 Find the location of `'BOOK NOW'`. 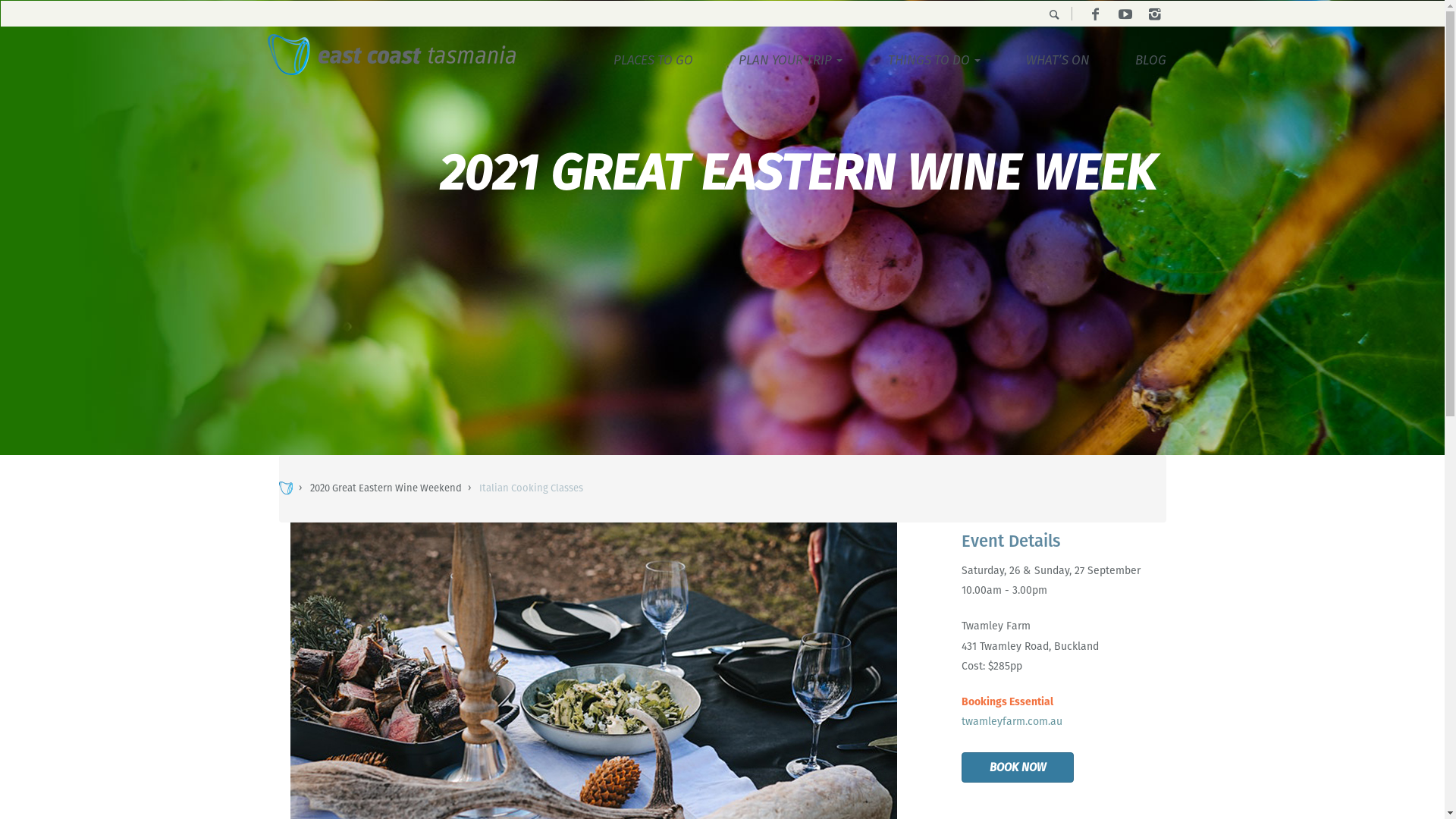

'BOOK NOW' is located at coordinates (1018, 767).